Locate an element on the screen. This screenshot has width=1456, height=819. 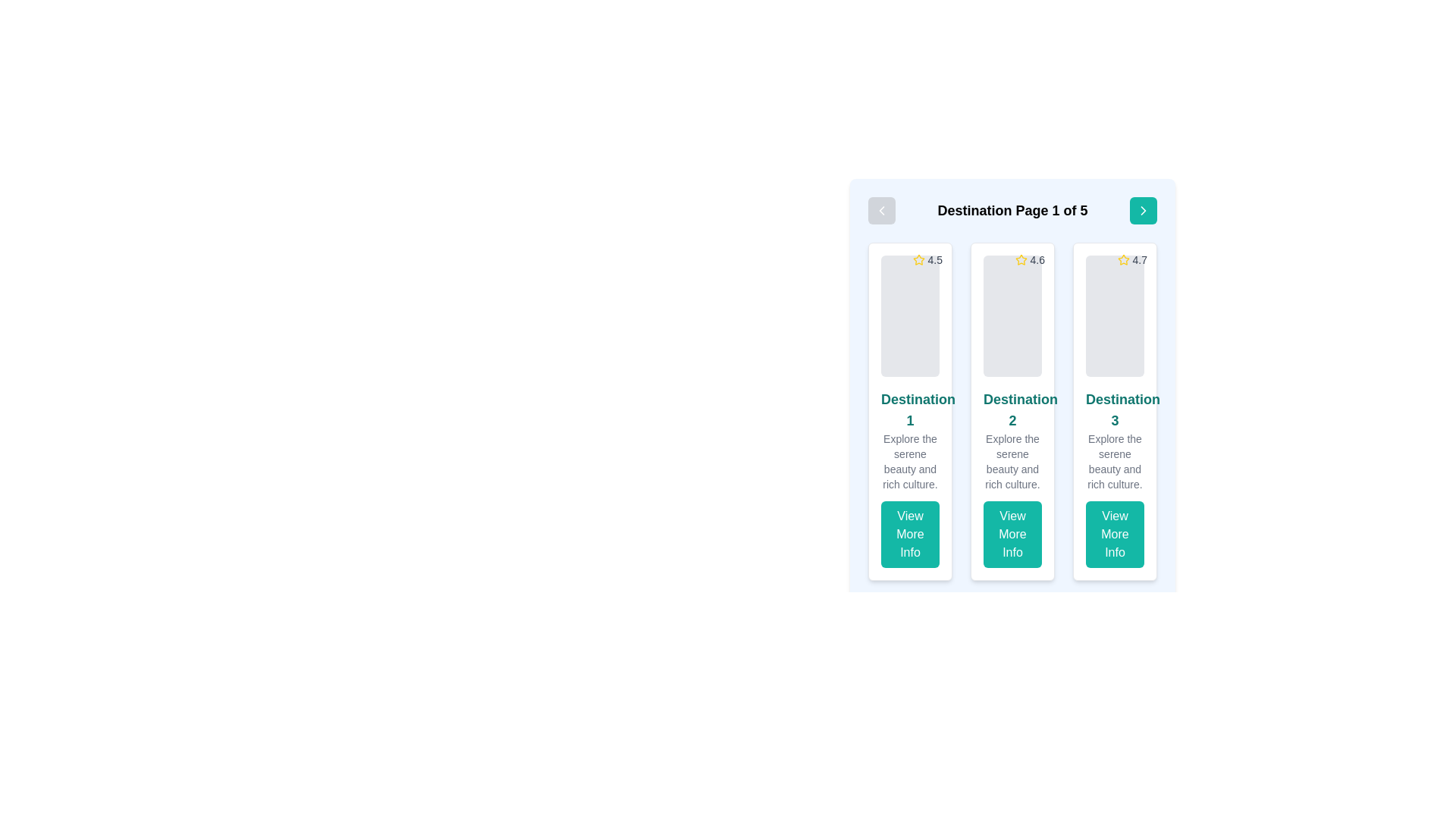
the highlighted destination card located in the top-left section of the grid layout, which provides an overview of the destination with a star rating, name, and a clickable button for more details is located at coordinates (910, 412).